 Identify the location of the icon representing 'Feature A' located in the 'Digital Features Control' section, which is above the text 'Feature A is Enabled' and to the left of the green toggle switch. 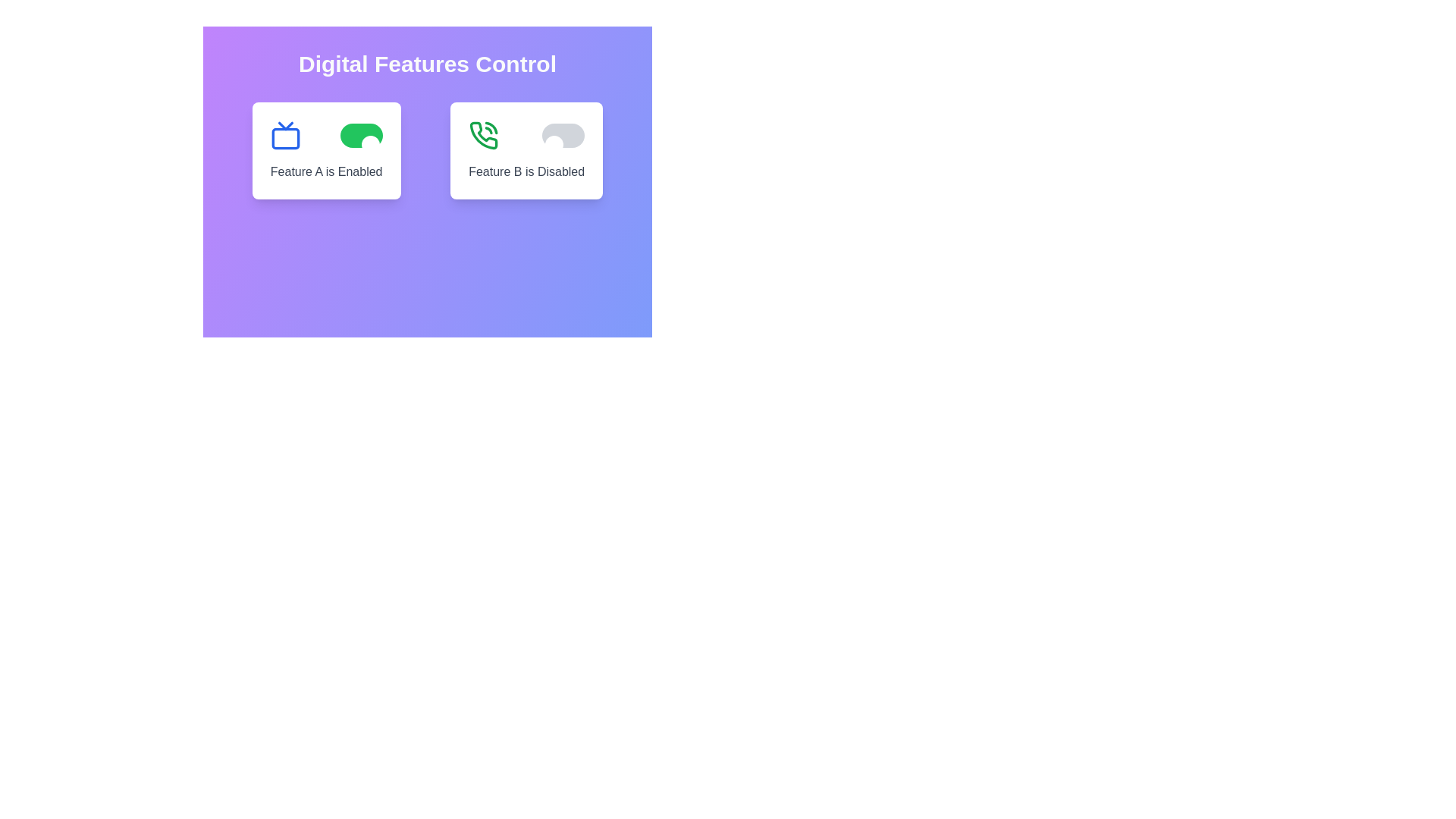
(285, 134).